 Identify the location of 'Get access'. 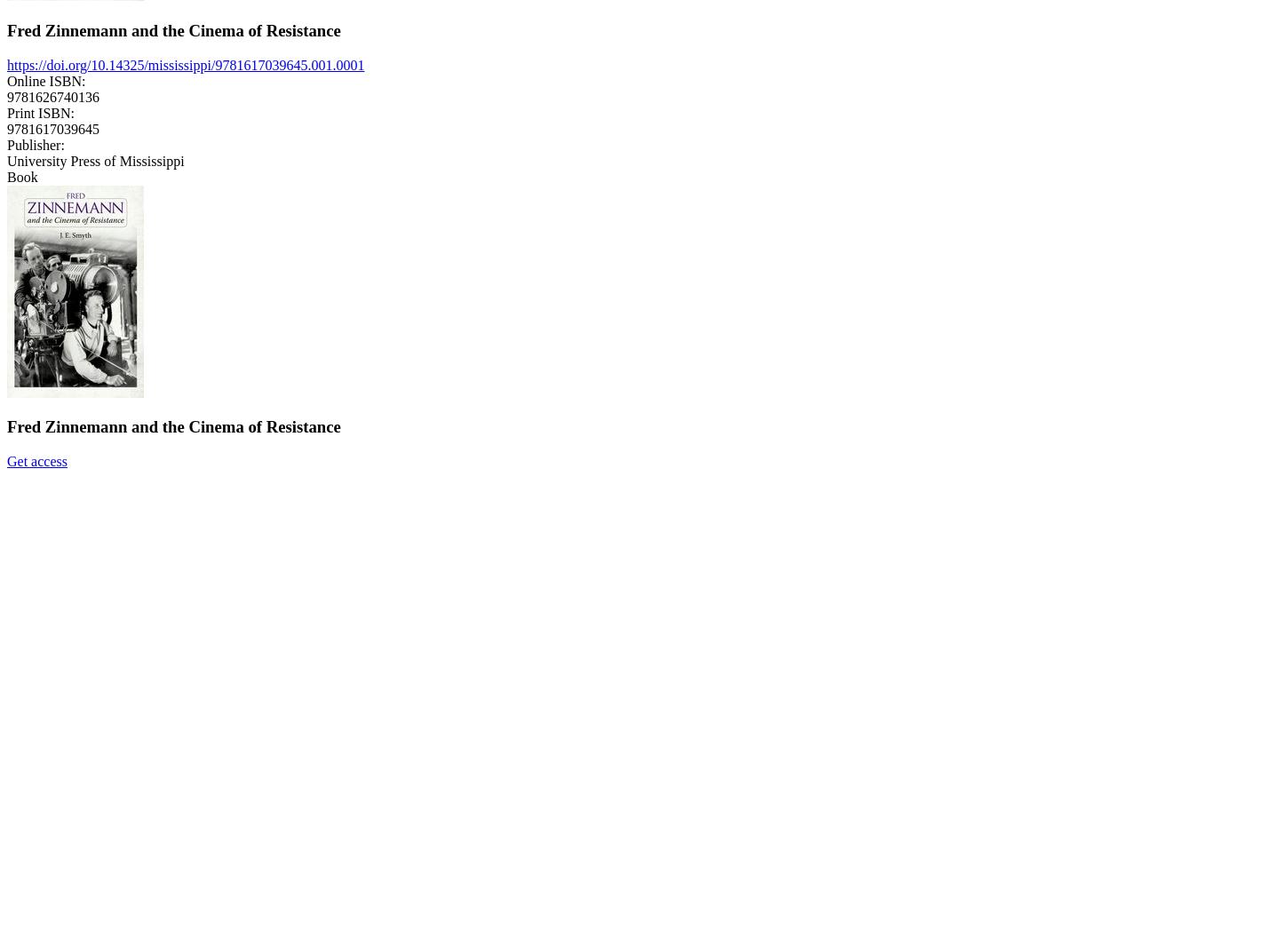
(36, 461).